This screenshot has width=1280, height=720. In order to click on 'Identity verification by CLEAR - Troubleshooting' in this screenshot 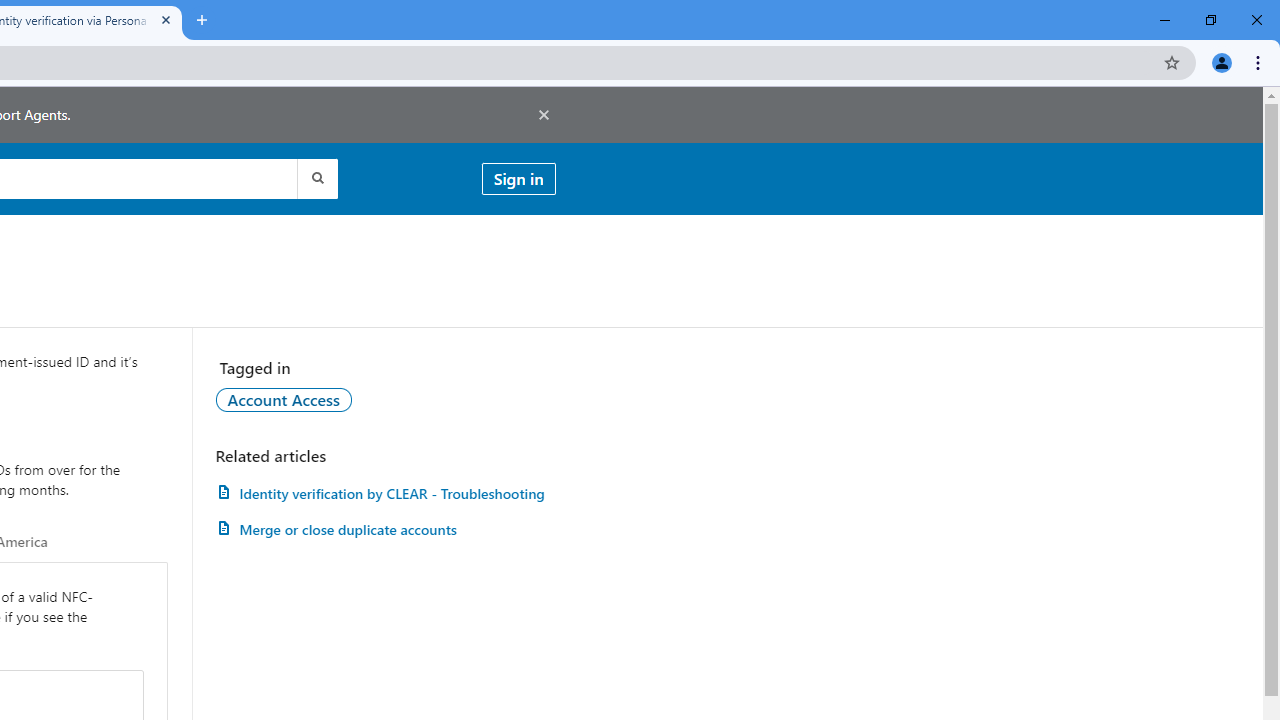, I will do `click(385, 493)`.